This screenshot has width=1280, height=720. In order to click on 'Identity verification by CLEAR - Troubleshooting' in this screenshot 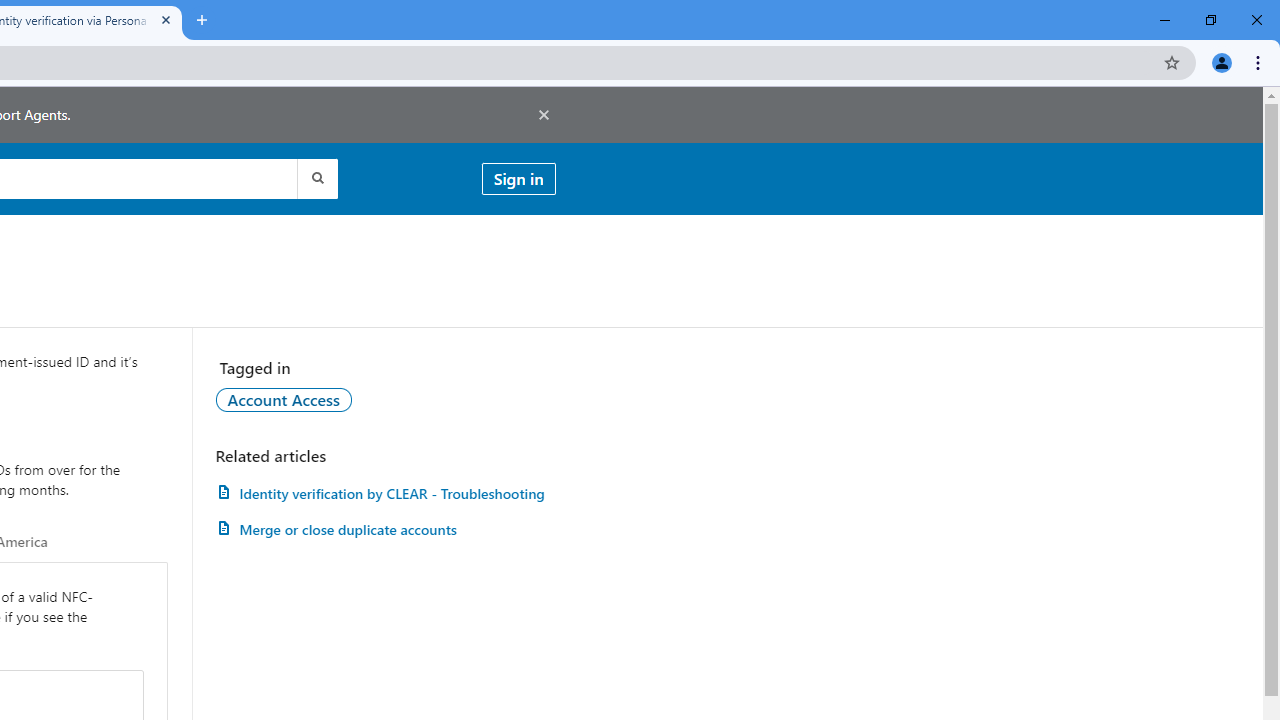, I will do `click(385, 493)`.